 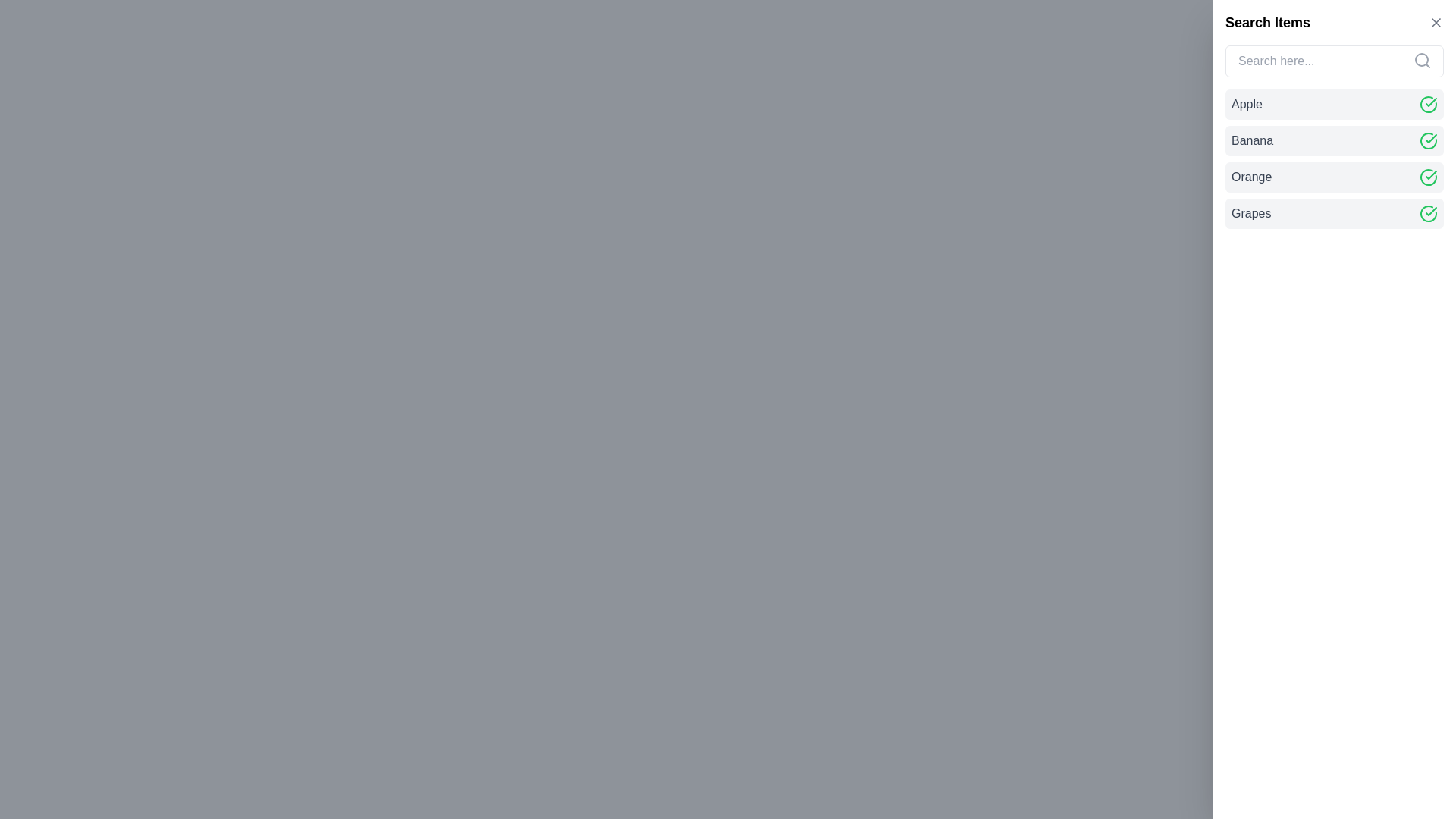 What do you see at coordinates (1436, 23) in the screenshot?
I see `the close button located at the top-right corner of the 'Search Items' panel` at bounding box center [1436, 23].